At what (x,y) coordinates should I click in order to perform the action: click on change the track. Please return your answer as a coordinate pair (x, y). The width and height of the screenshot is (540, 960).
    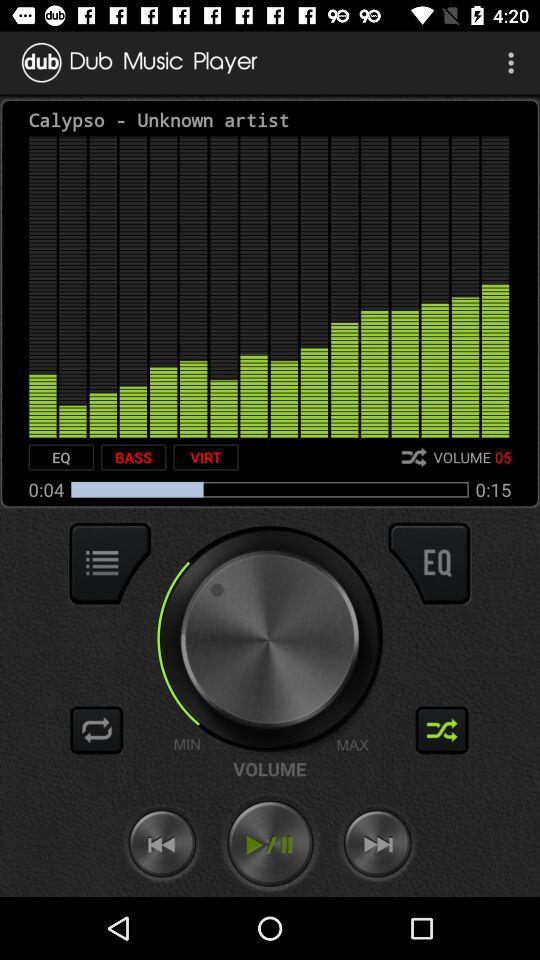
    Looking at the image, I should click on (96, 729).